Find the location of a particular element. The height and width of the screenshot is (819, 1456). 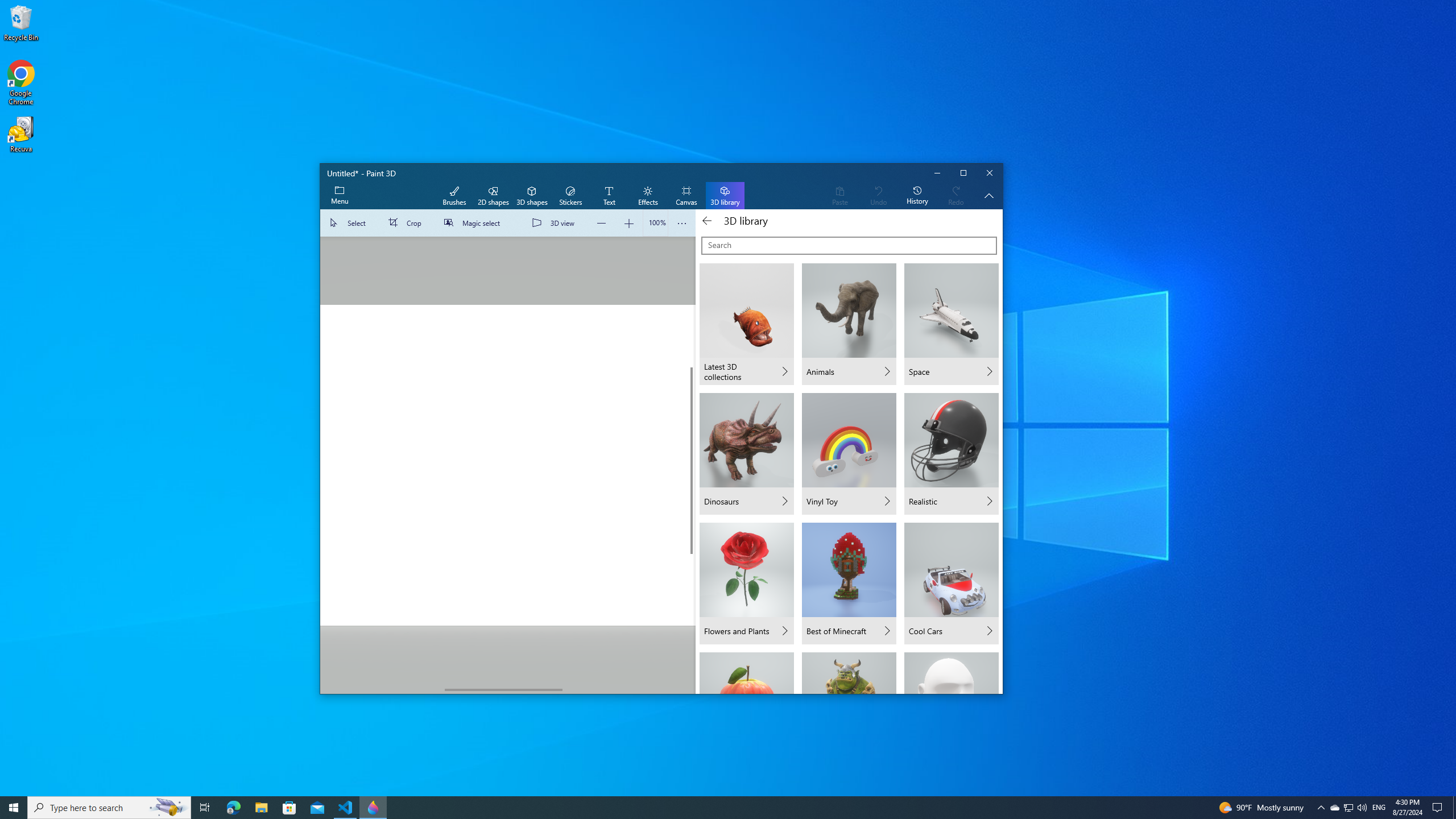

'Animals' is located at coordinates (848, 324).